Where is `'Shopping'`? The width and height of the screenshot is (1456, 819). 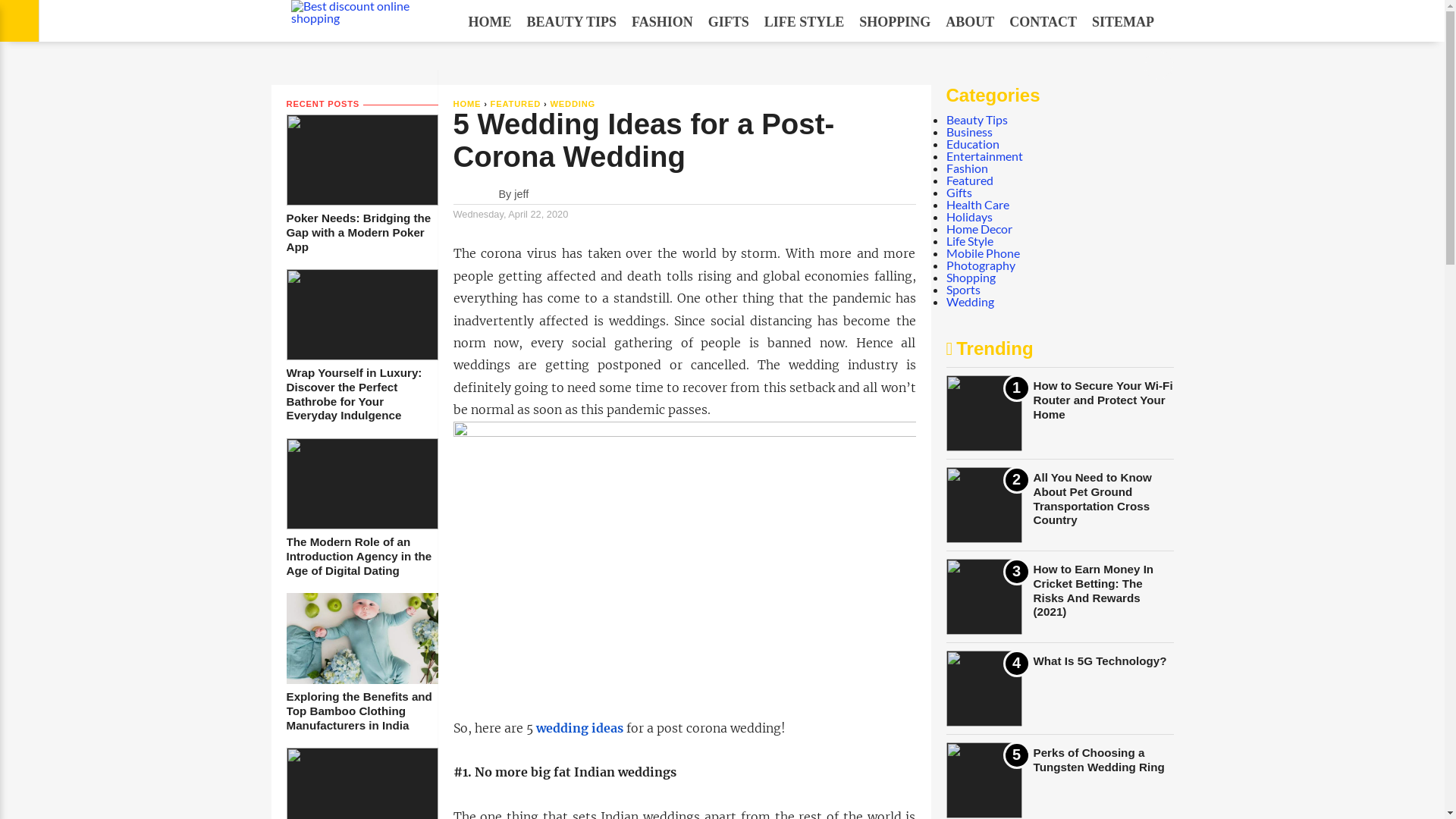
'Shopping' is located at coordinates (971, 277).